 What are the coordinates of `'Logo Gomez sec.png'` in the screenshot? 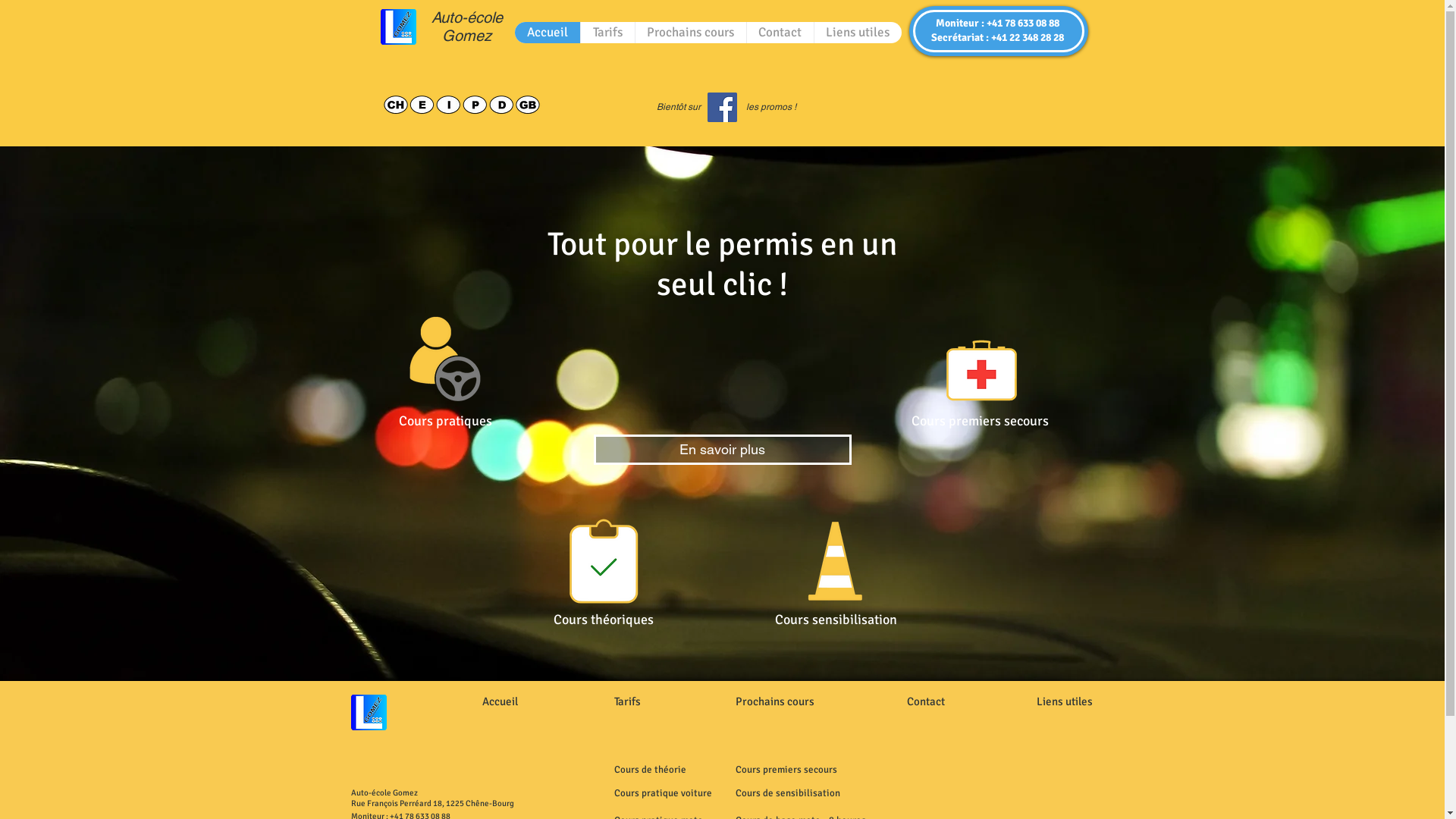 It's located at (381, 27).